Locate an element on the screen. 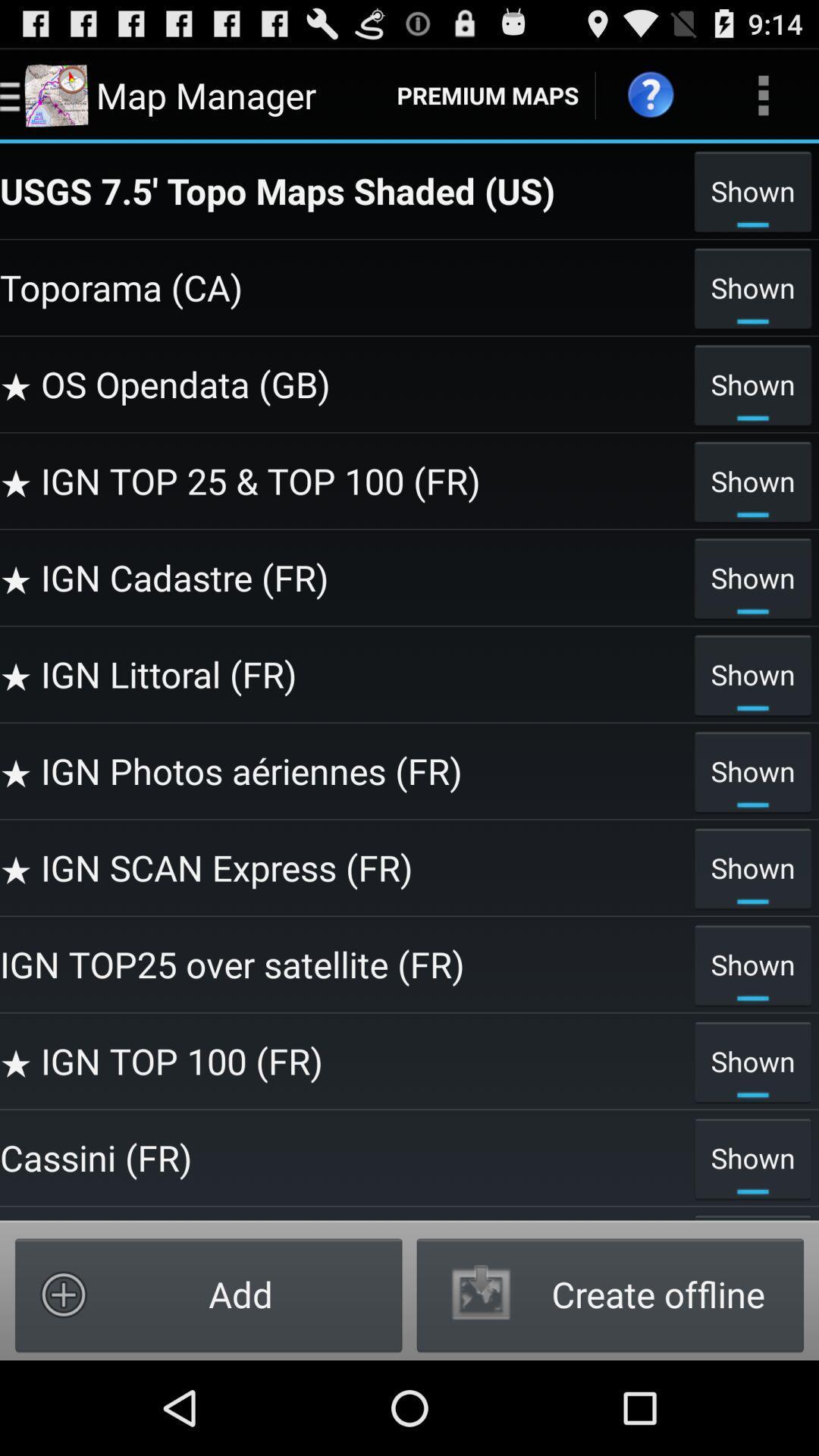 The height and width of the screenshot is (1456, 819). icon next to the shown is located at coordinates (343, 673).